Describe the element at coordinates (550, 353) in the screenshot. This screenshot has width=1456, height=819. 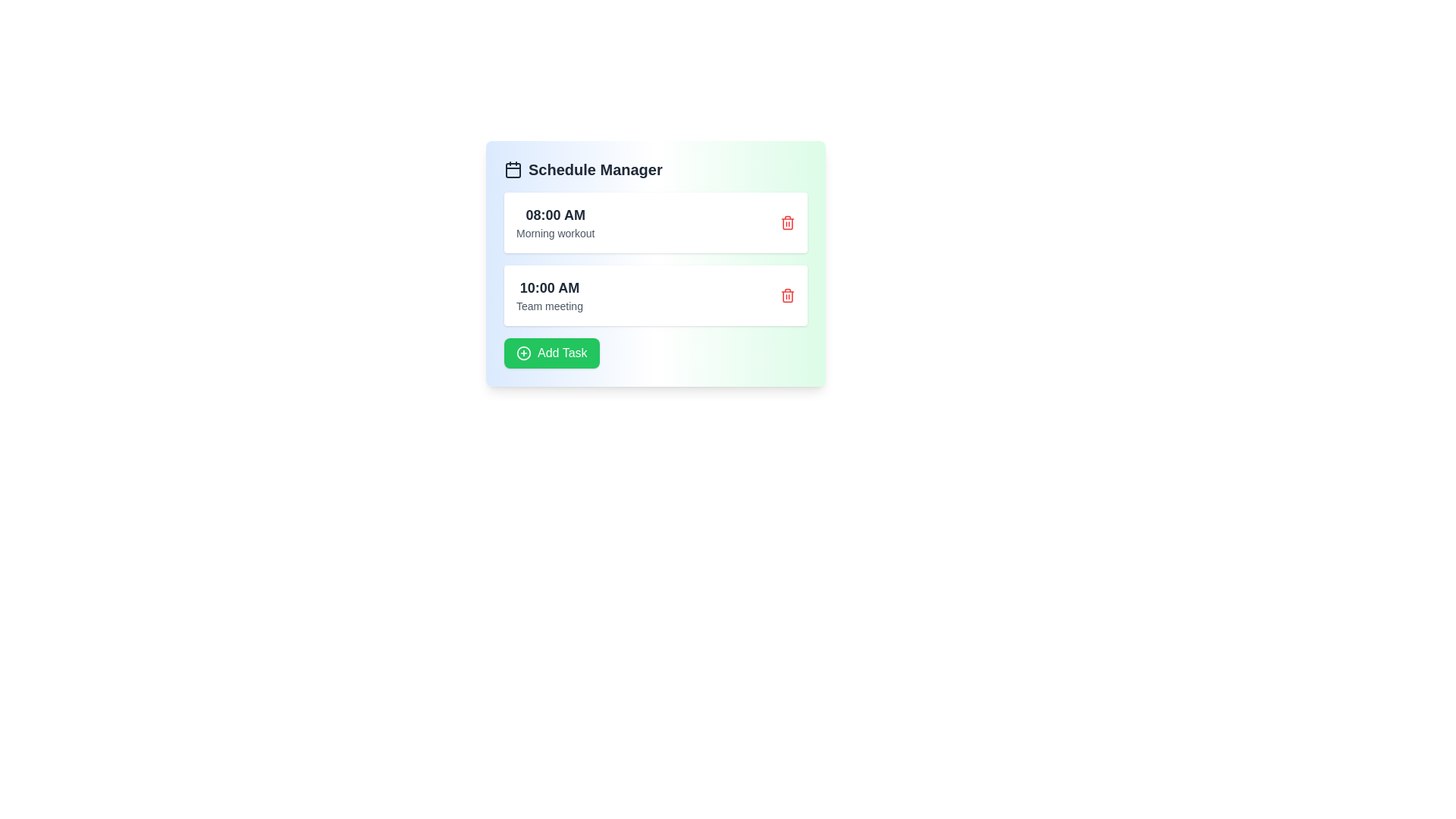
I see `'Add Task' button to add a new task` at that location.